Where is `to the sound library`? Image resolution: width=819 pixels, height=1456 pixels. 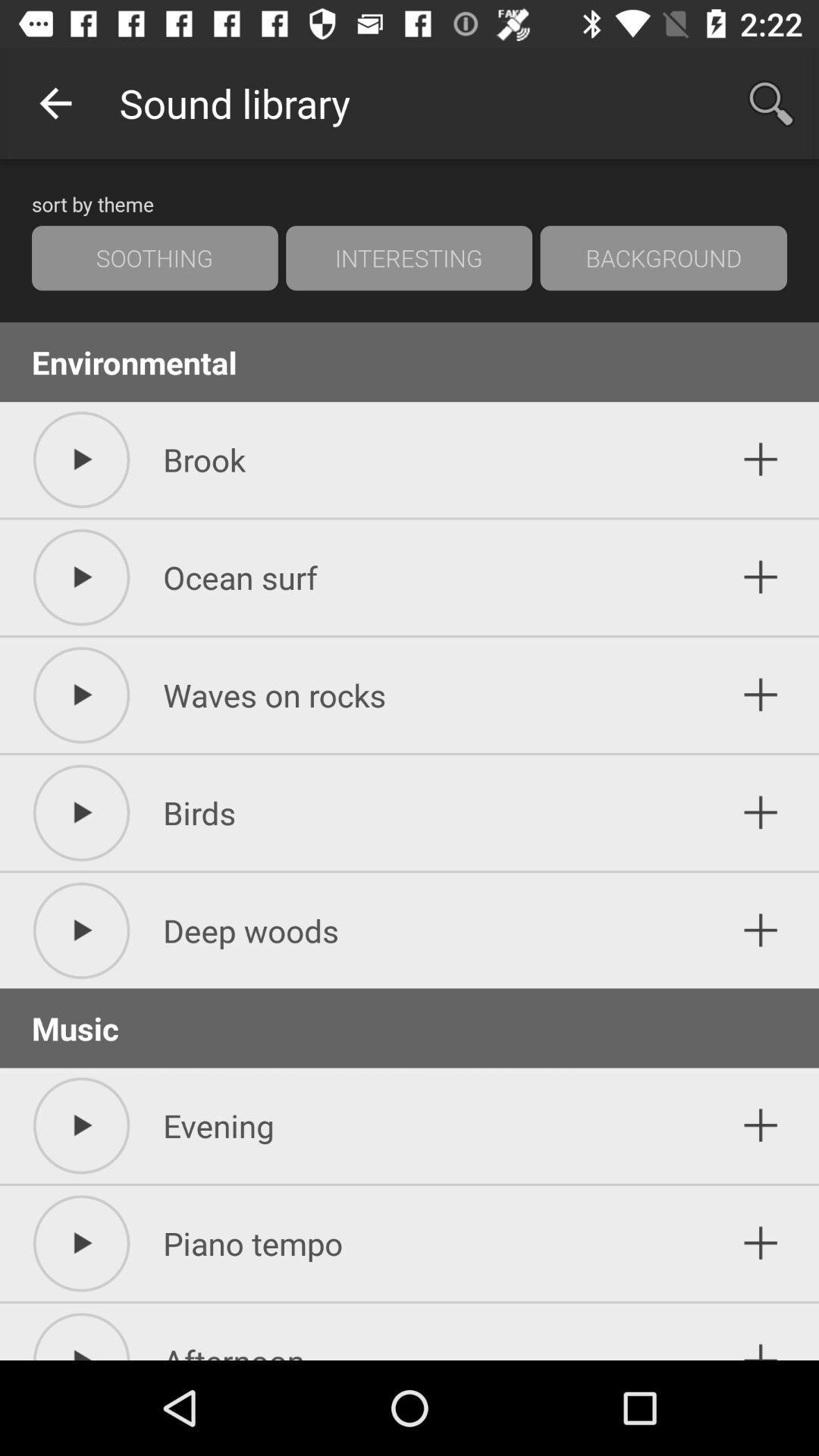 to the sound library is located at coordinates (761, 812).